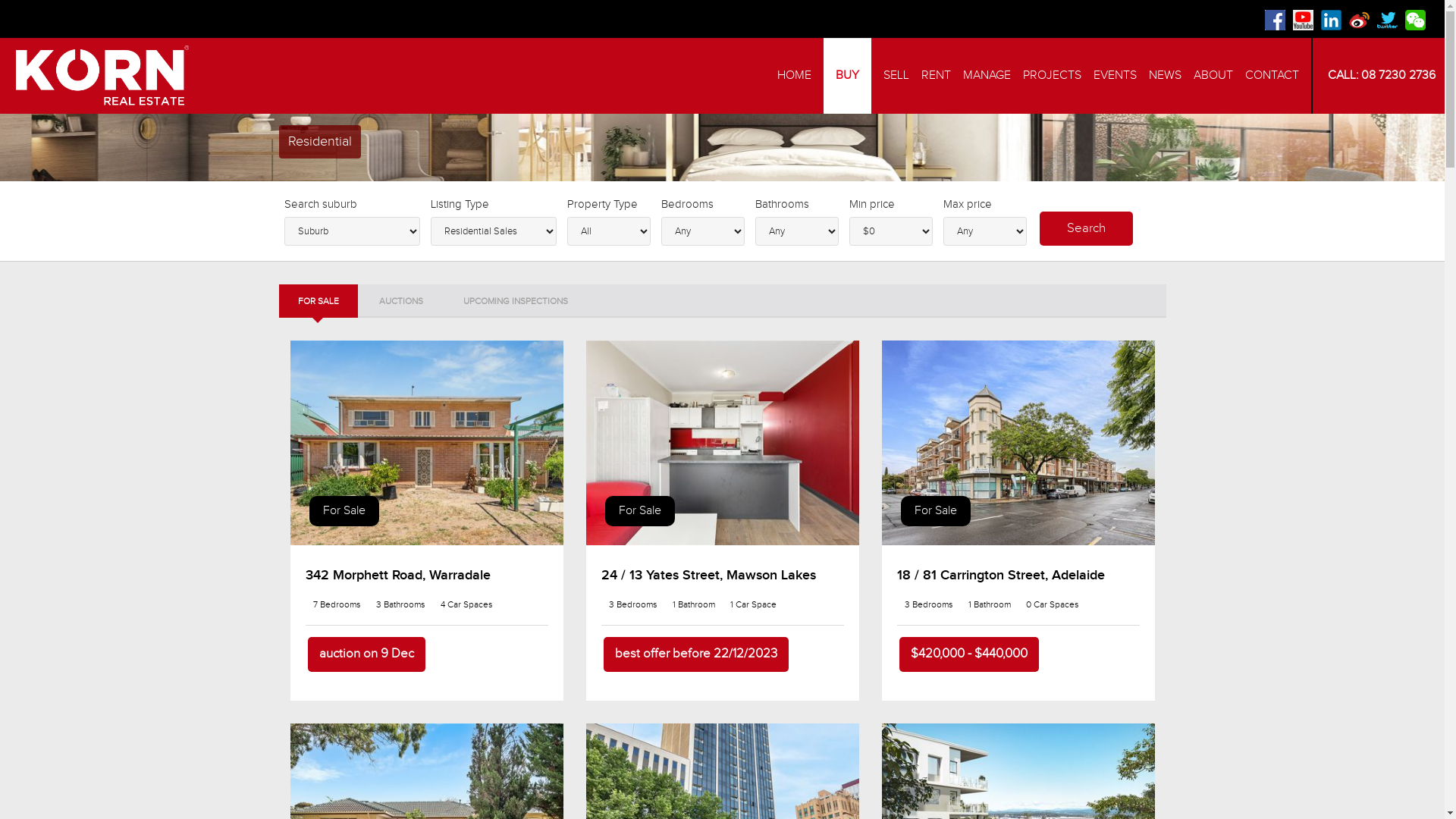  Describe the element at coordinates (443, 301) in the screenshot. I see `'UPCOMING INSPECTIONS'` at that location.